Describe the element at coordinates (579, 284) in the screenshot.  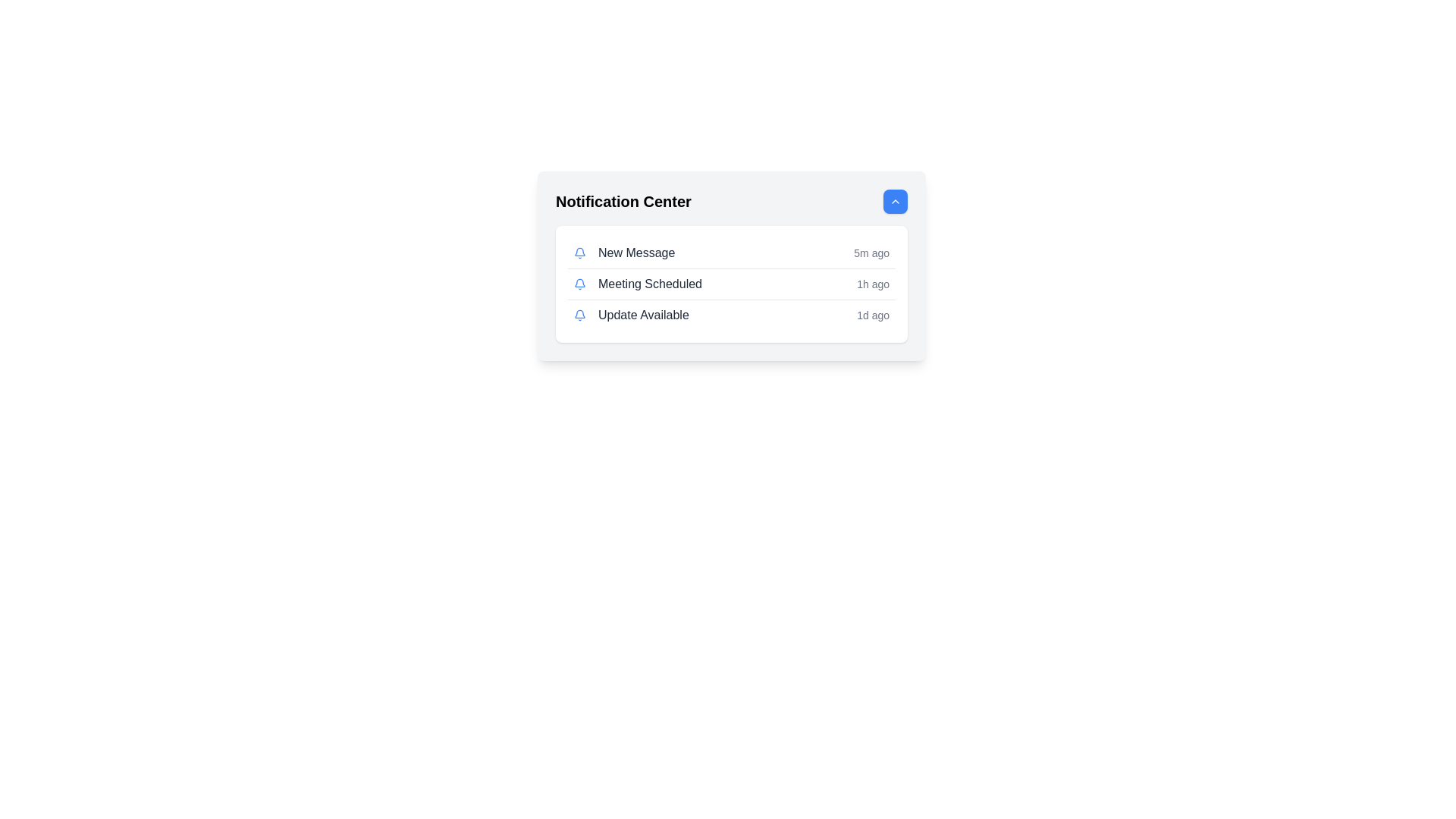
I see `the bell icon indicating an alert or event reminder, located in the second row of the notification list, immediately left of the text 'Meeting Scheduled'` at that location.